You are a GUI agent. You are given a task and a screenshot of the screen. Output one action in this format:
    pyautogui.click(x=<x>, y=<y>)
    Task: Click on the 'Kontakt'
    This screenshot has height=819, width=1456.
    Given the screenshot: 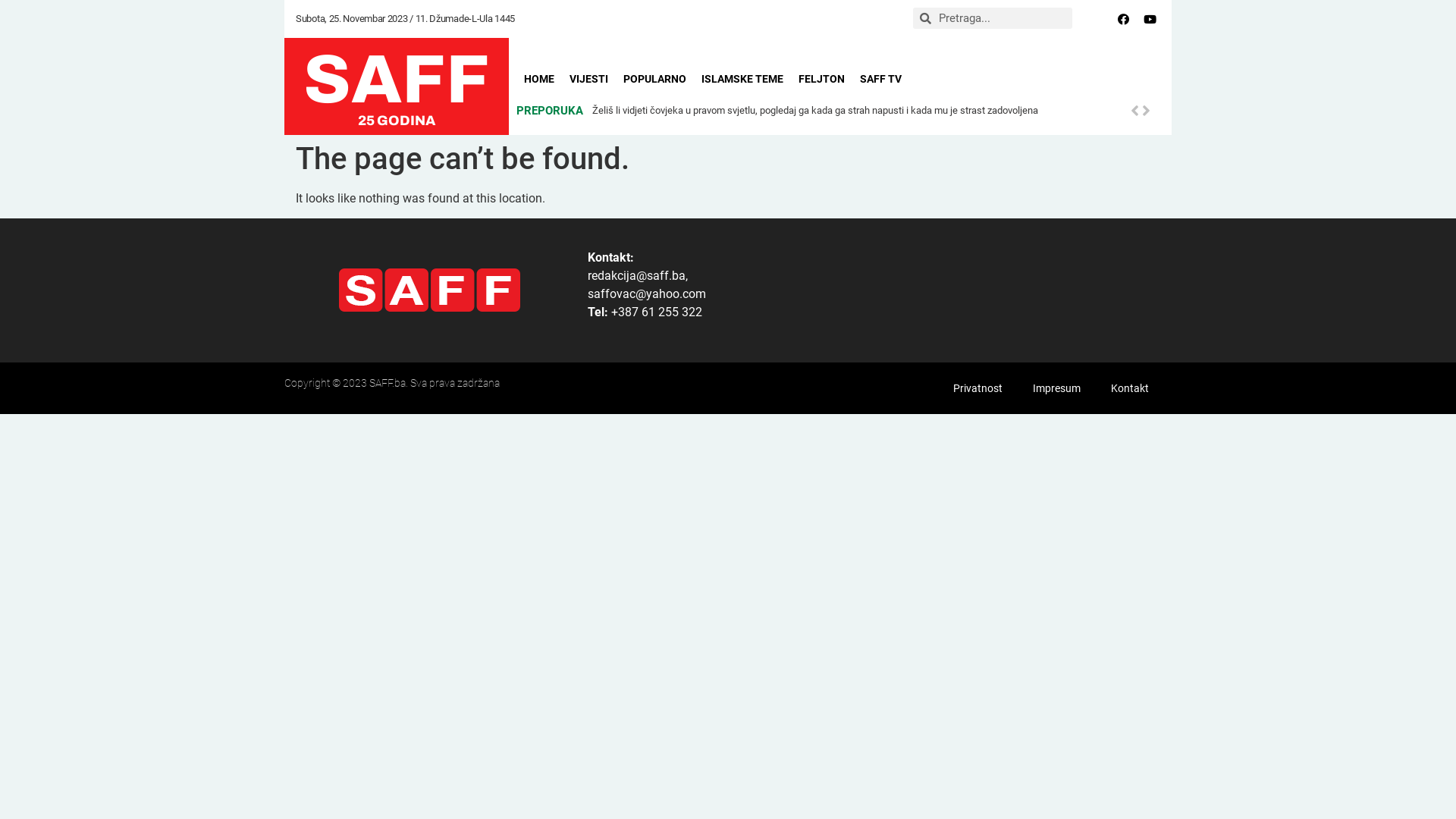 What is the action you would take?
    pyautogui.click(x=1129, y=388)
    